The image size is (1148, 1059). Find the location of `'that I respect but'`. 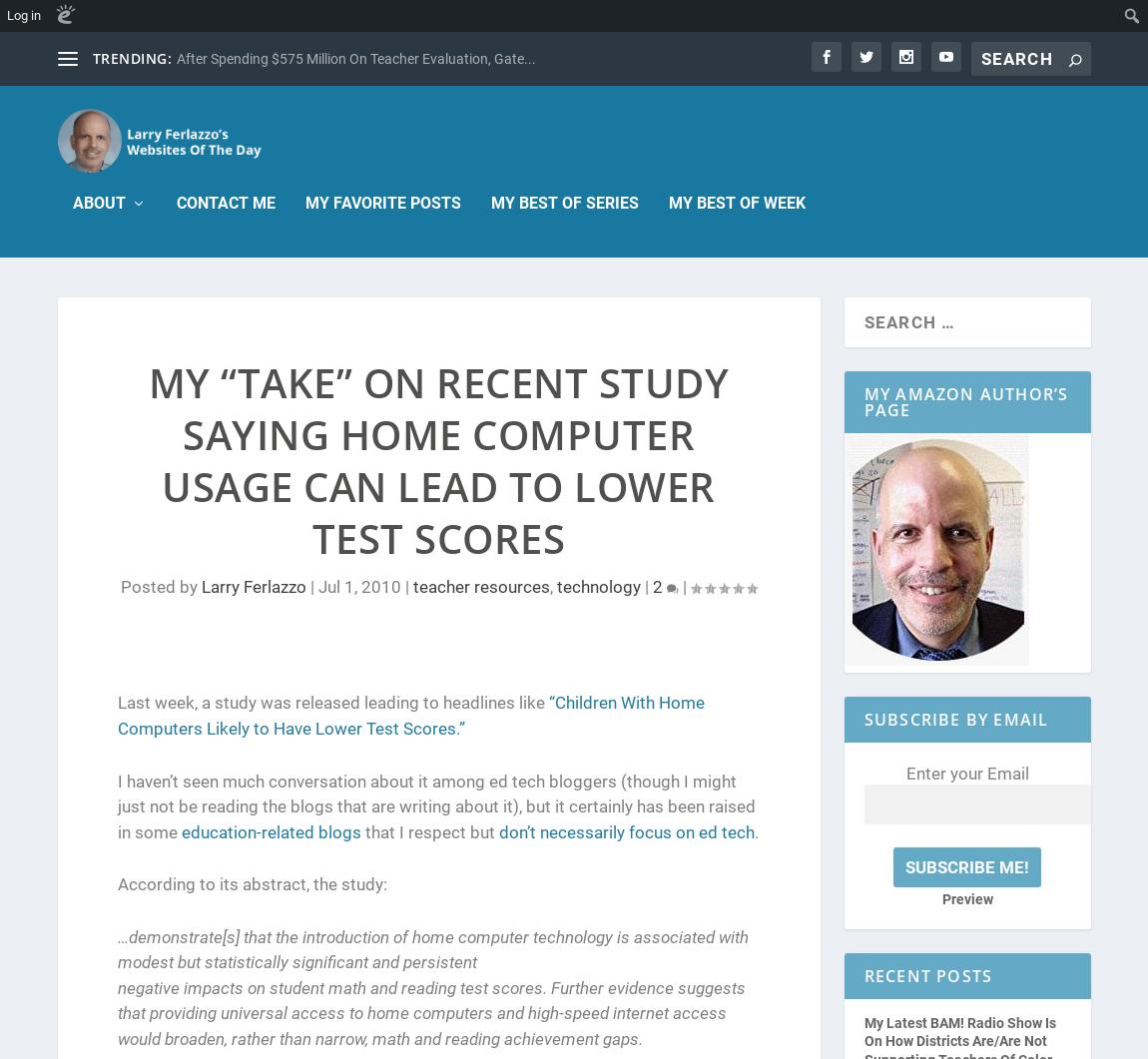

'that I respect but' is located at coordinates (428, 832).